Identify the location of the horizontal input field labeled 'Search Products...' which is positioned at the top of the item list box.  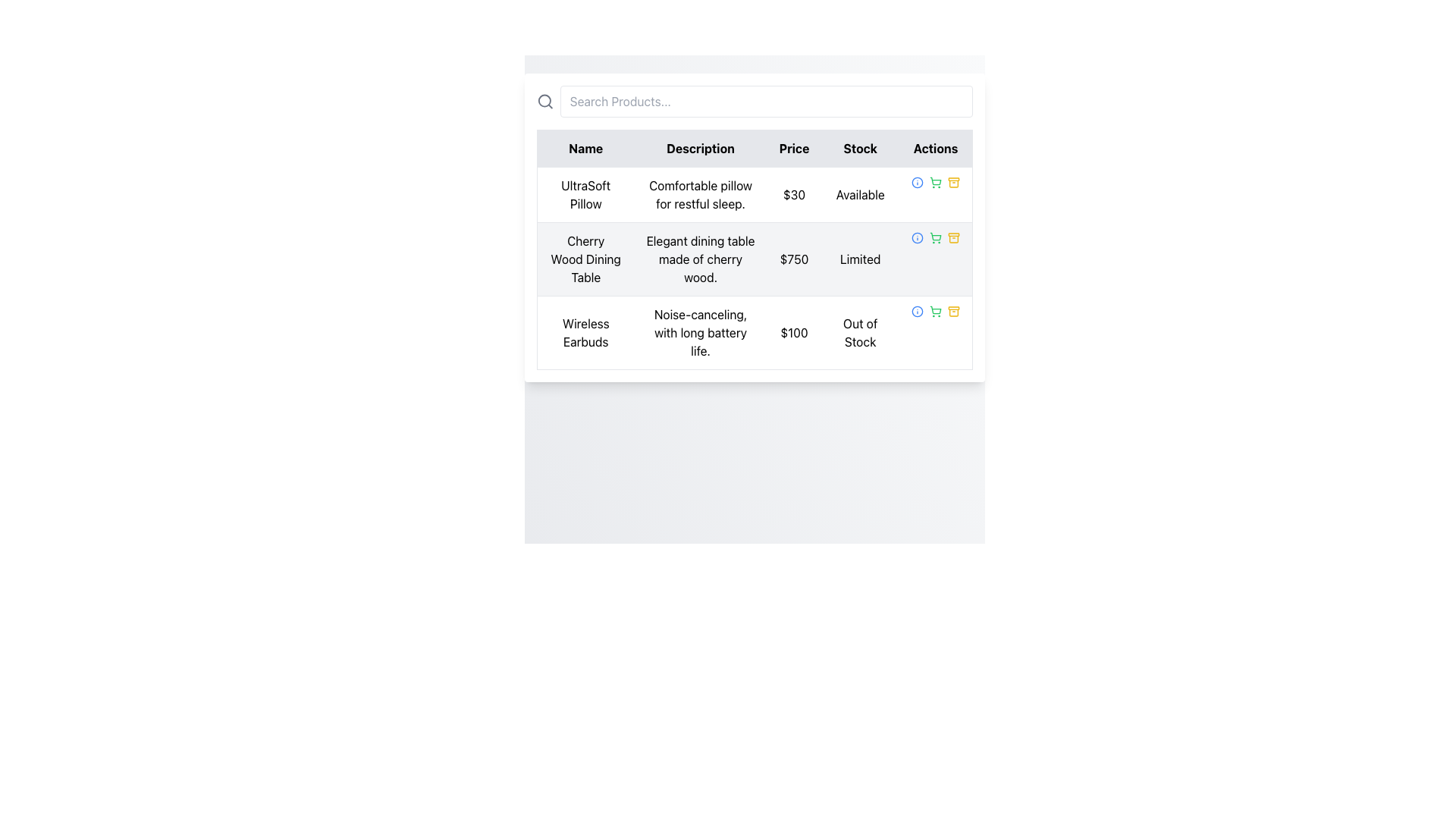
(755, 102).